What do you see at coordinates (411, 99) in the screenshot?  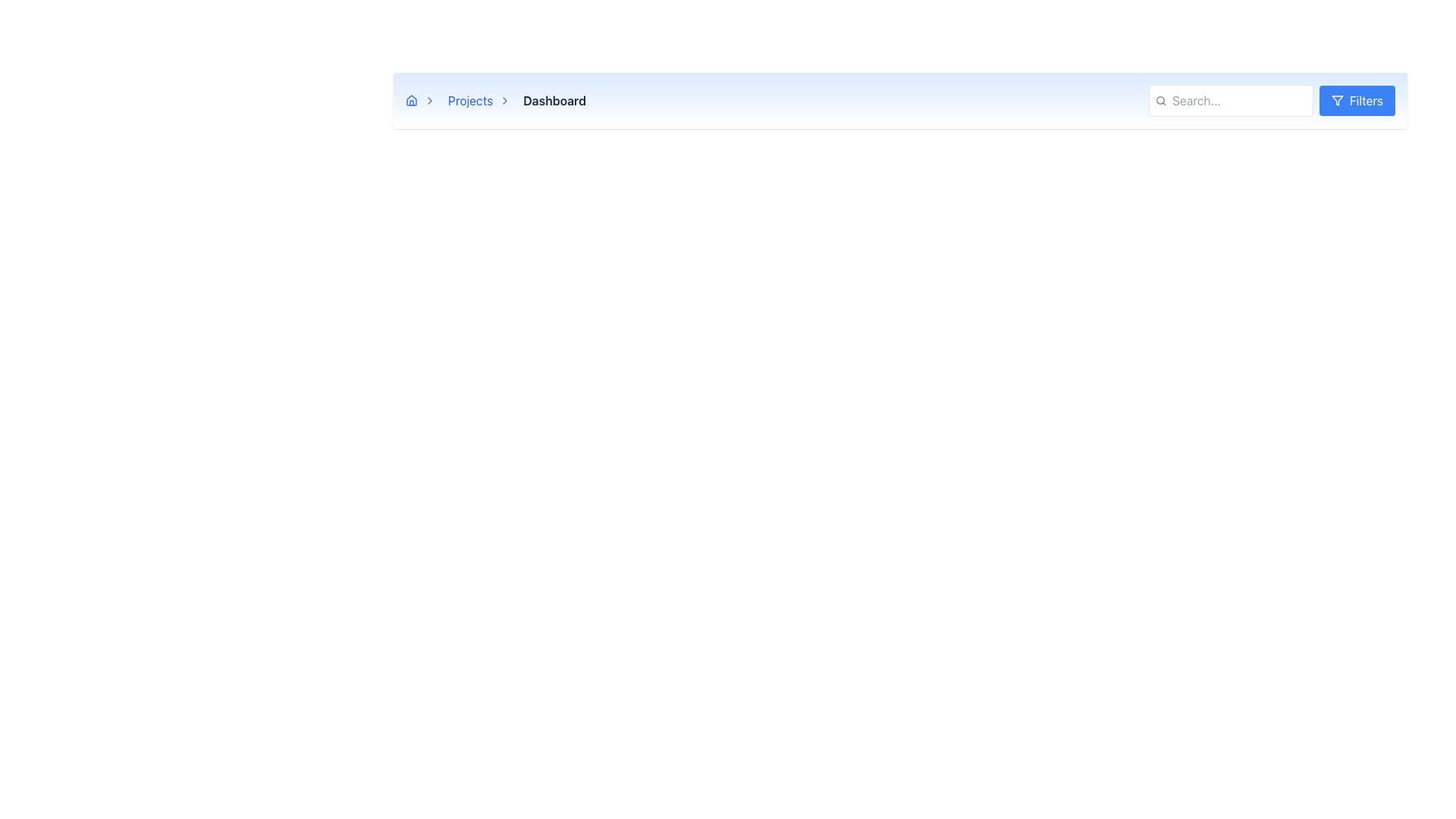 I see `the house icon located at the very left of the breadcrumb navigation bar, which is a minimalist graphical vector icon representing the first item in the breadcrumb flow` at bounding box center [411, 99].